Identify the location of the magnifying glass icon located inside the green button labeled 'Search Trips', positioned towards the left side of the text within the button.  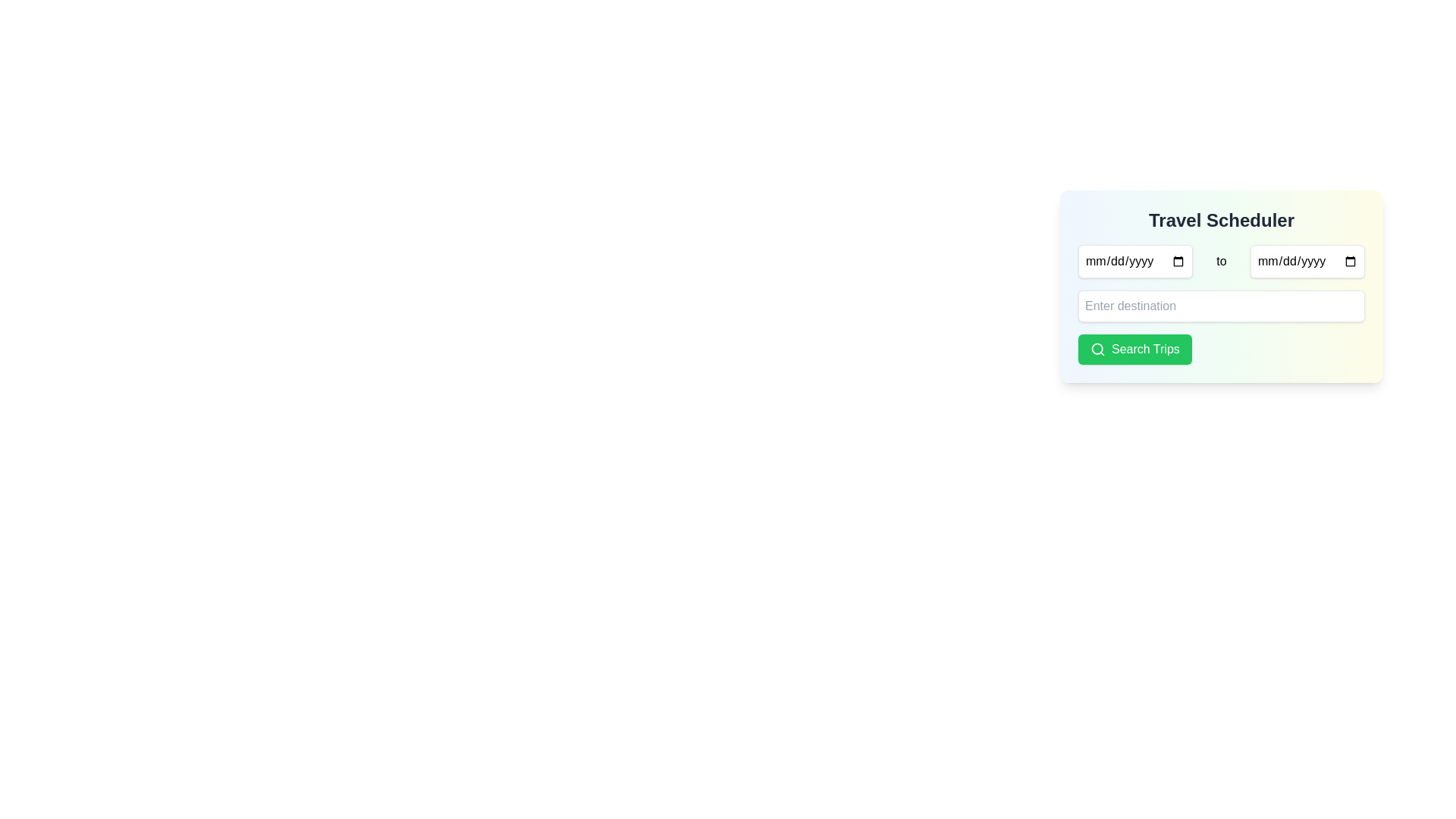
(1098, 350).